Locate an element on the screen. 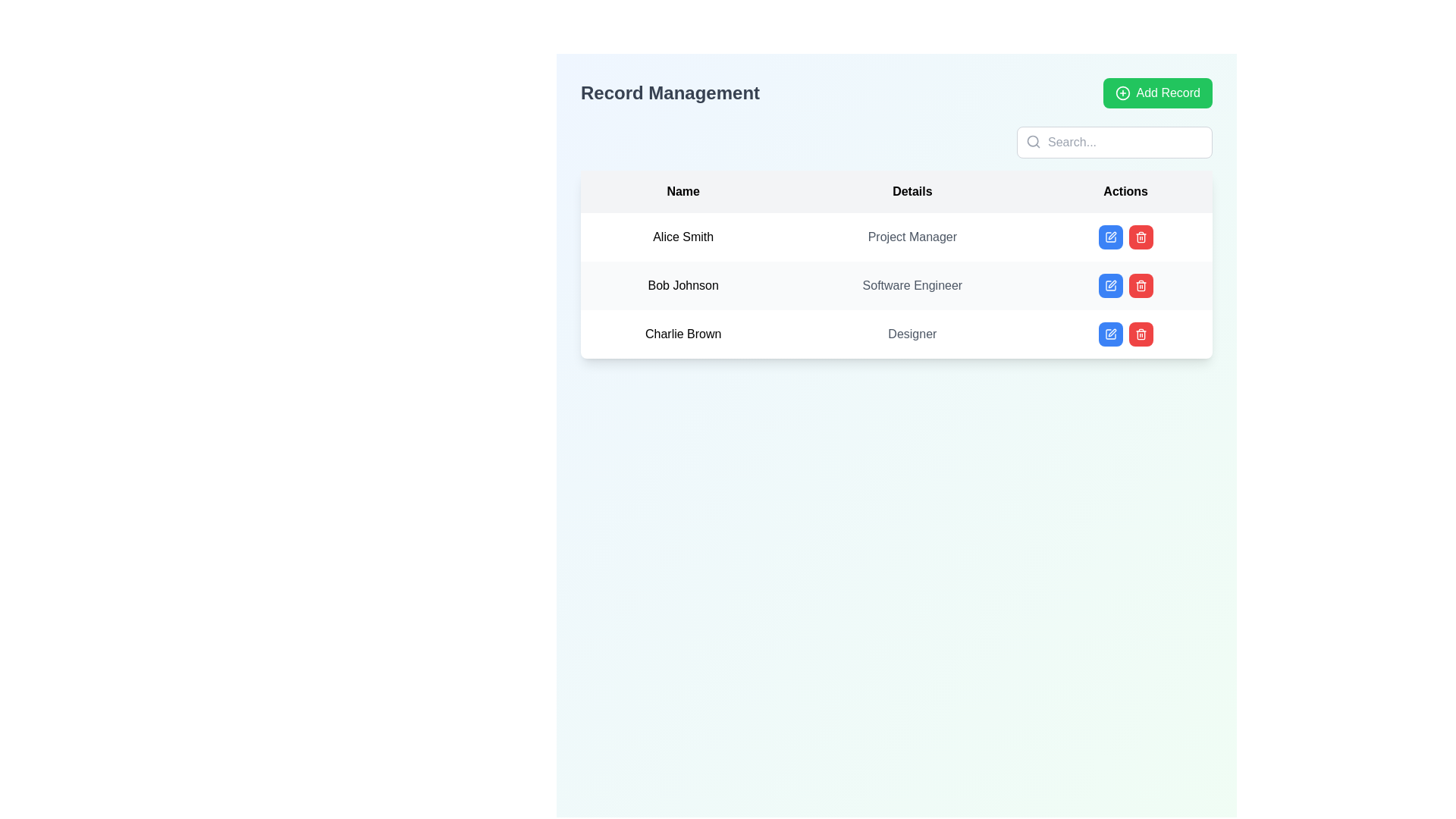  the delete action button with an icon located is located at coordinates (1141, 333).